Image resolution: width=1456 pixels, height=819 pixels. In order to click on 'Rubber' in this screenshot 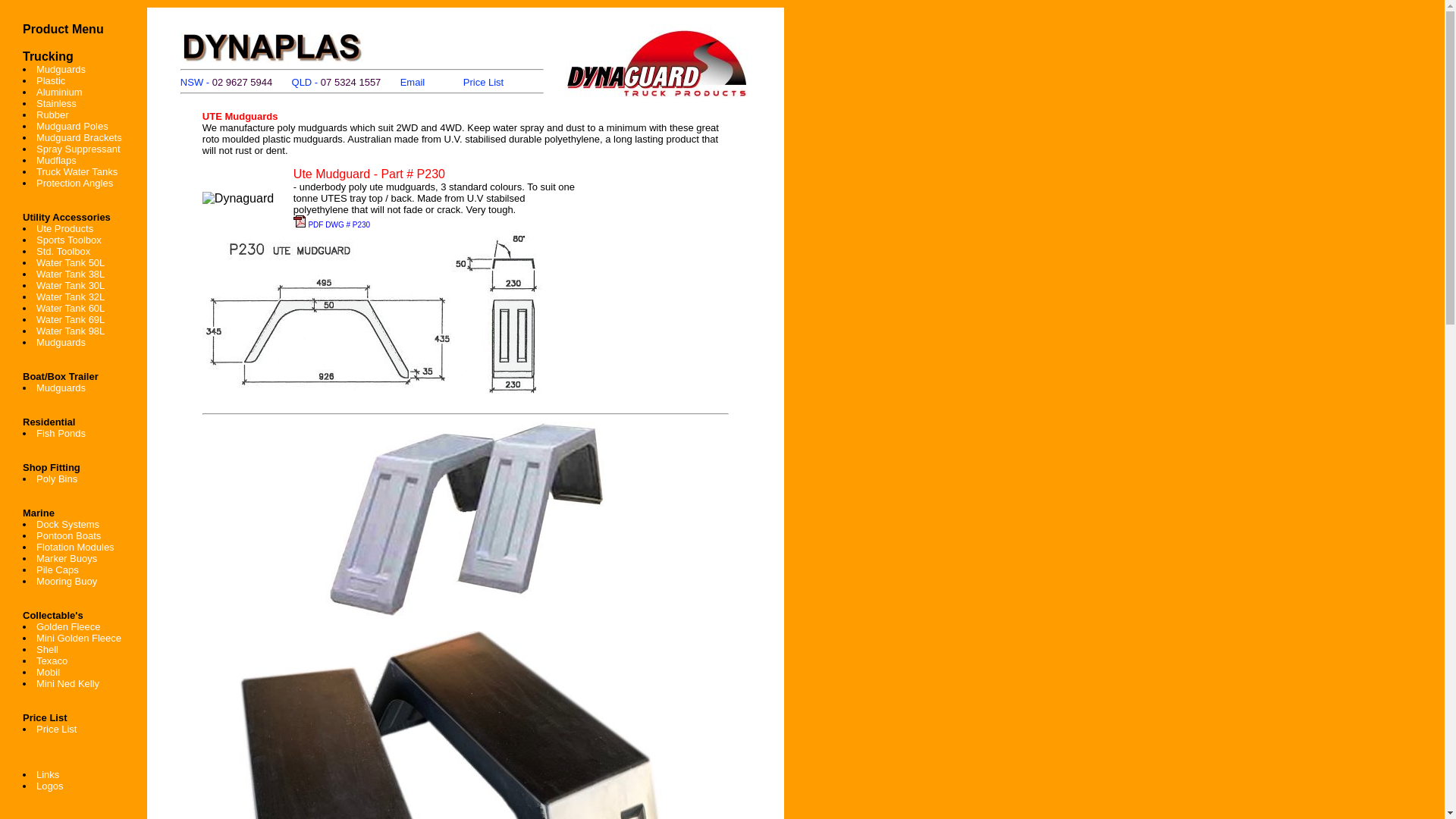, I will do `click(36, 114)`.